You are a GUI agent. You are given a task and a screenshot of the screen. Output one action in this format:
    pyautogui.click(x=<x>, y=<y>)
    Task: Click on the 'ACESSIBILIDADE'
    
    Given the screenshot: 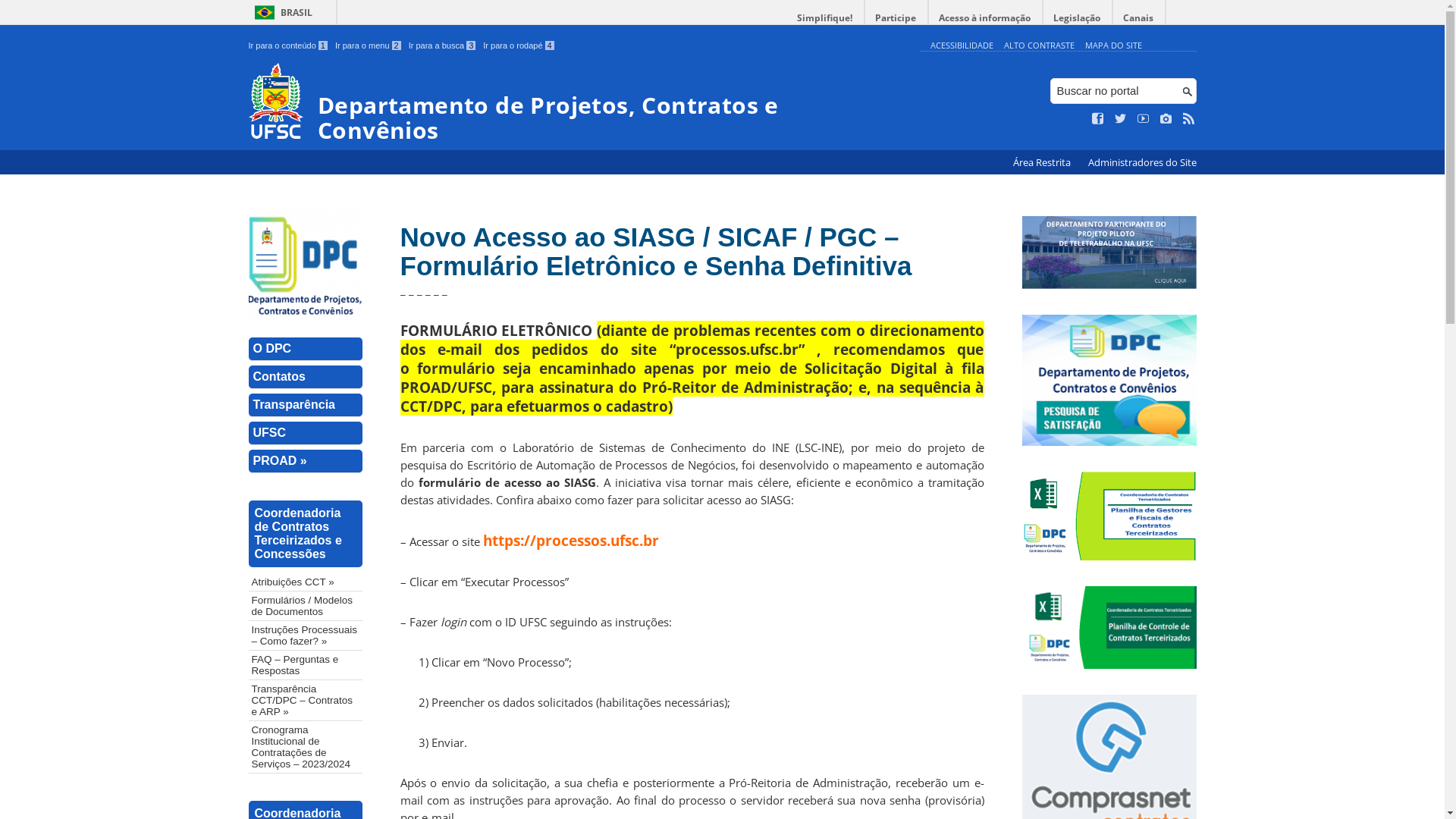 What is the action you would take?
    pyautogui.click(x=960, y=44)
    